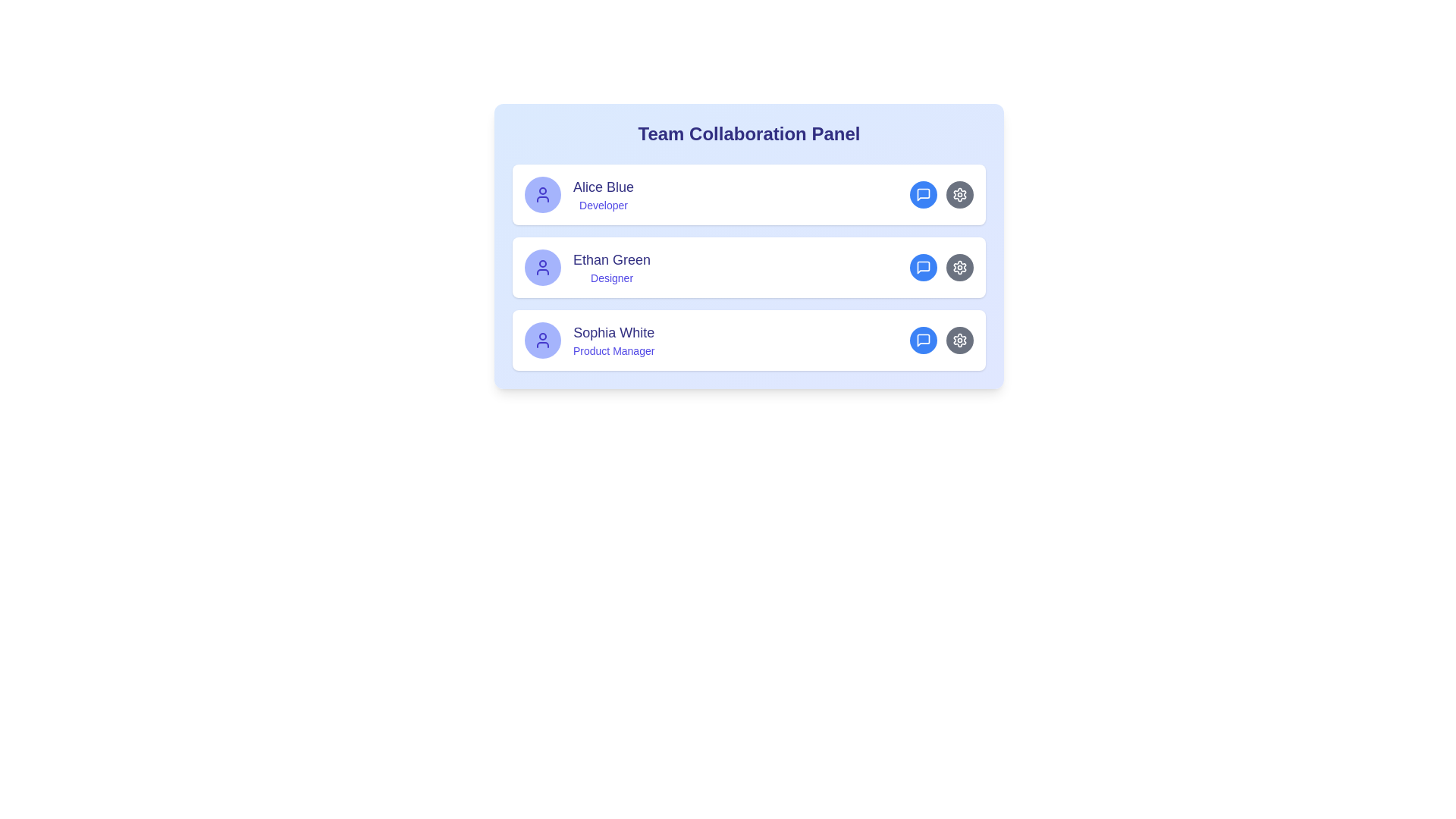  What do you see at coordinates (749, 133) in the screenshot?
I see `the bold, large text element reading 'Team Collaboration Panel' at the top center of the rounded gradient background box` at bounding box center [749, 133].